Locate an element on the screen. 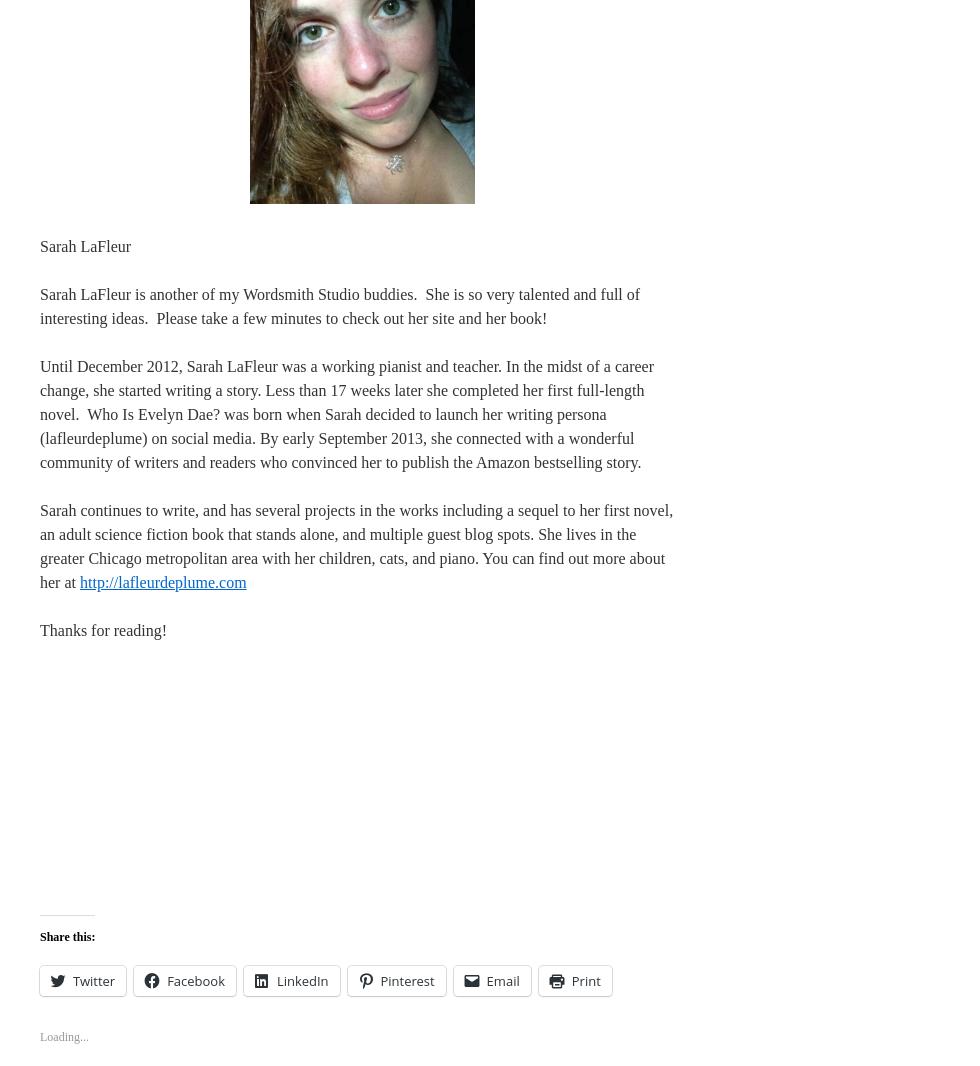 Image resolution: width=980 pixels, height=1066 pixels. 'Loading...' is located at coordinates (64, 1036).